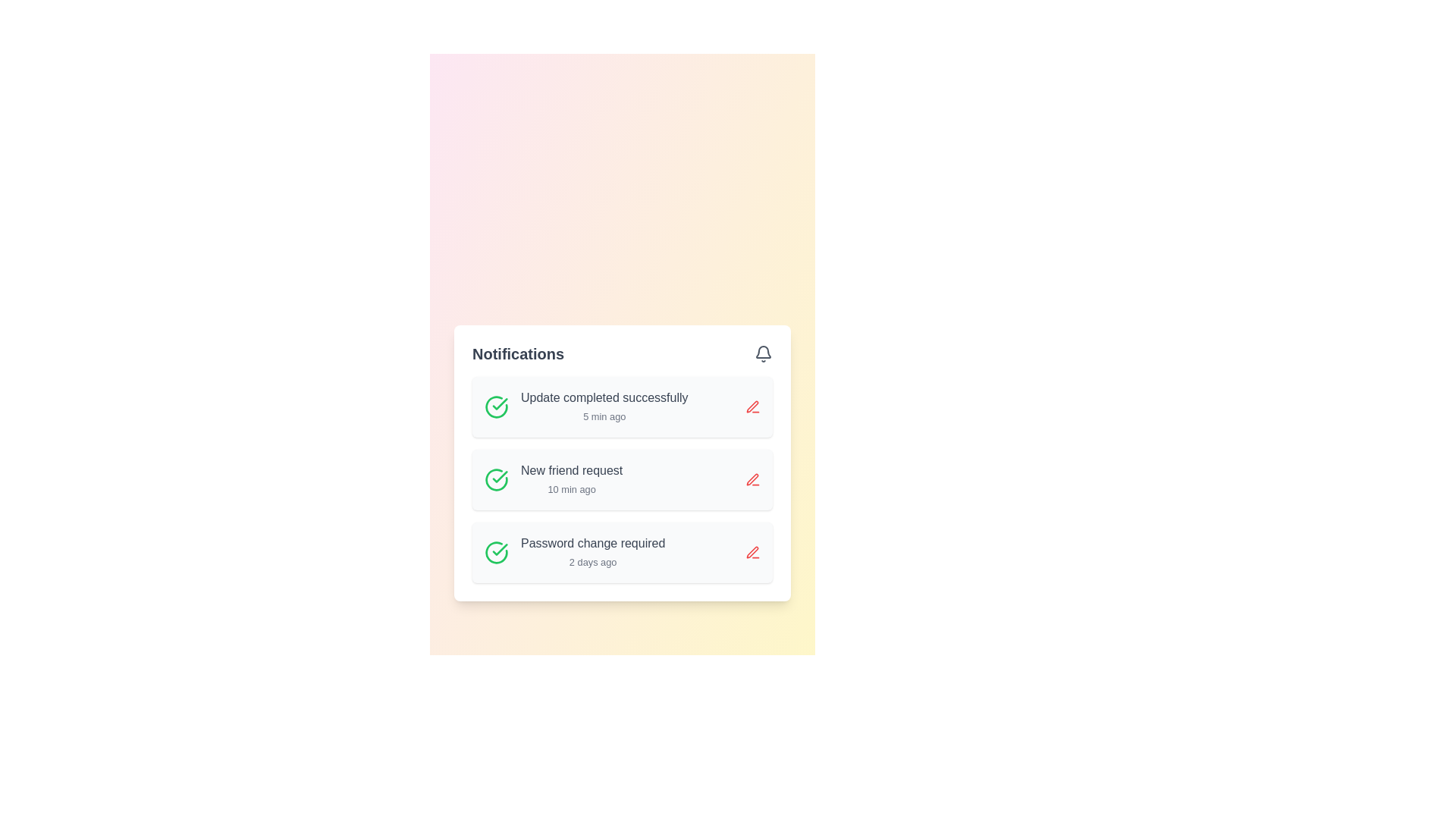  I want to click on the red pen icon-button located to the right of the 'Update completed successfully' notification, so click(753, 406).